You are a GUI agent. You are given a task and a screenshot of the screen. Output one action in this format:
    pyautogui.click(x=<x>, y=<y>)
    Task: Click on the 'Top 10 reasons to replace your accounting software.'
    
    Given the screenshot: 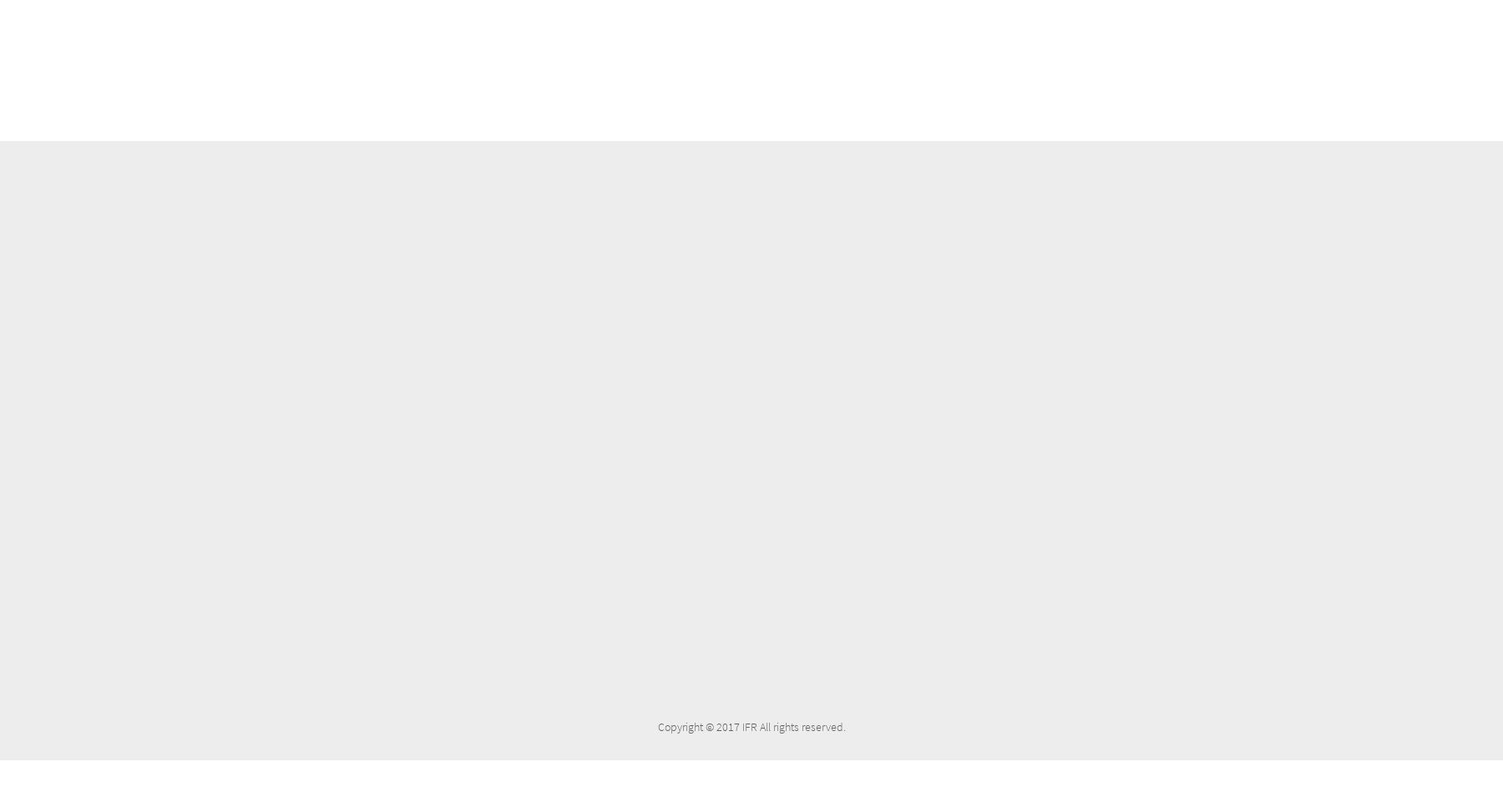 What is the action you would take?
    pyautogui.click(x=609, y=611)
    